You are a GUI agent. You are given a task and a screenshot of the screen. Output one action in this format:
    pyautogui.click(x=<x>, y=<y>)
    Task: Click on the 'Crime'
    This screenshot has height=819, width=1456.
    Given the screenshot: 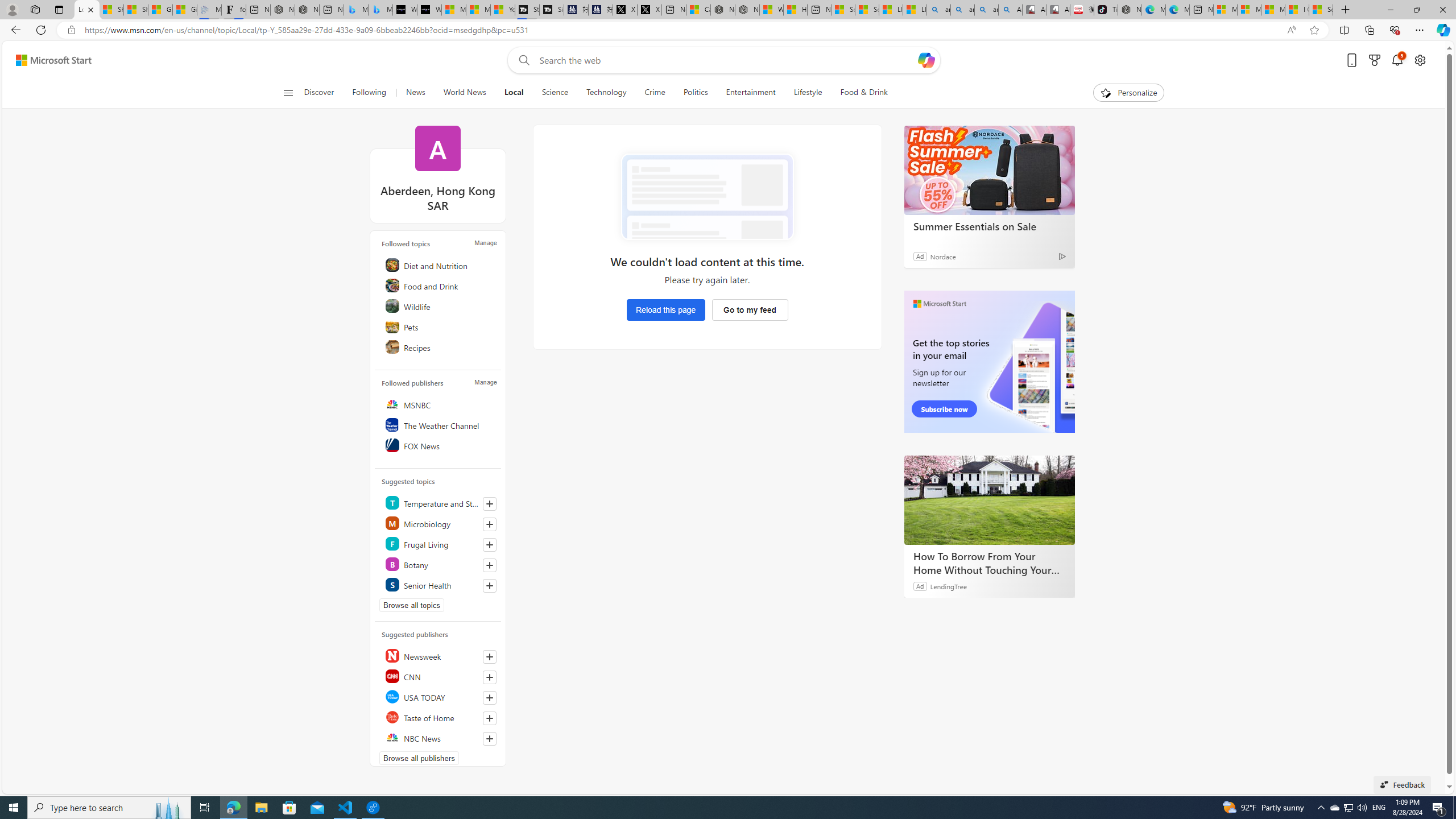 What is the action you would take?
    pyautogui.click(x=655, y=92)
    